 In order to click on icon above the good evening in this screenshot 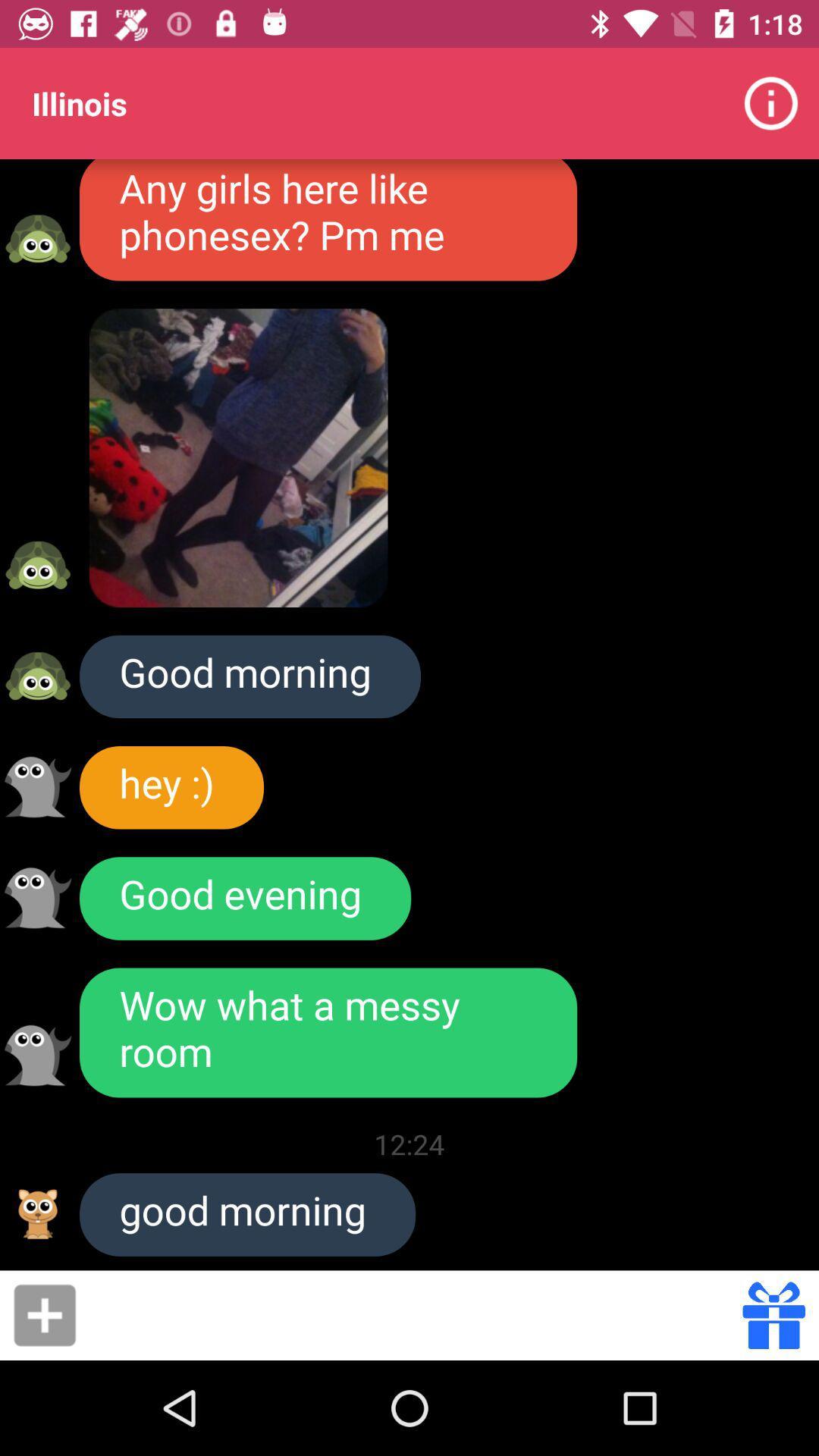, I will do `click(171, 787)`.